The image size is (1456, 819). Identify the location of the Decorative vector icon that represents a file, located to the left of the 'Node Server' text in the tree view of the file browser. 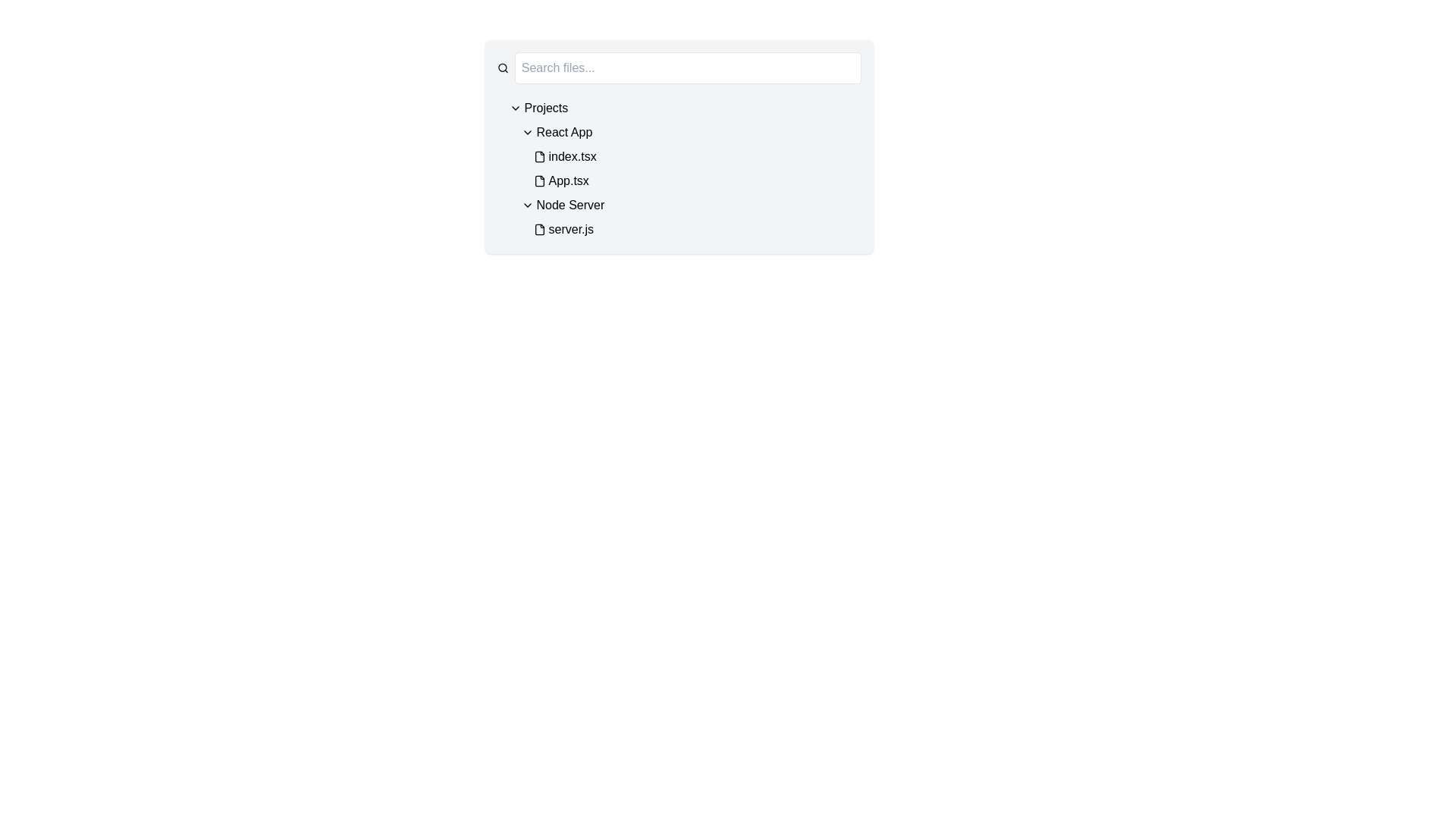
(539, 230).